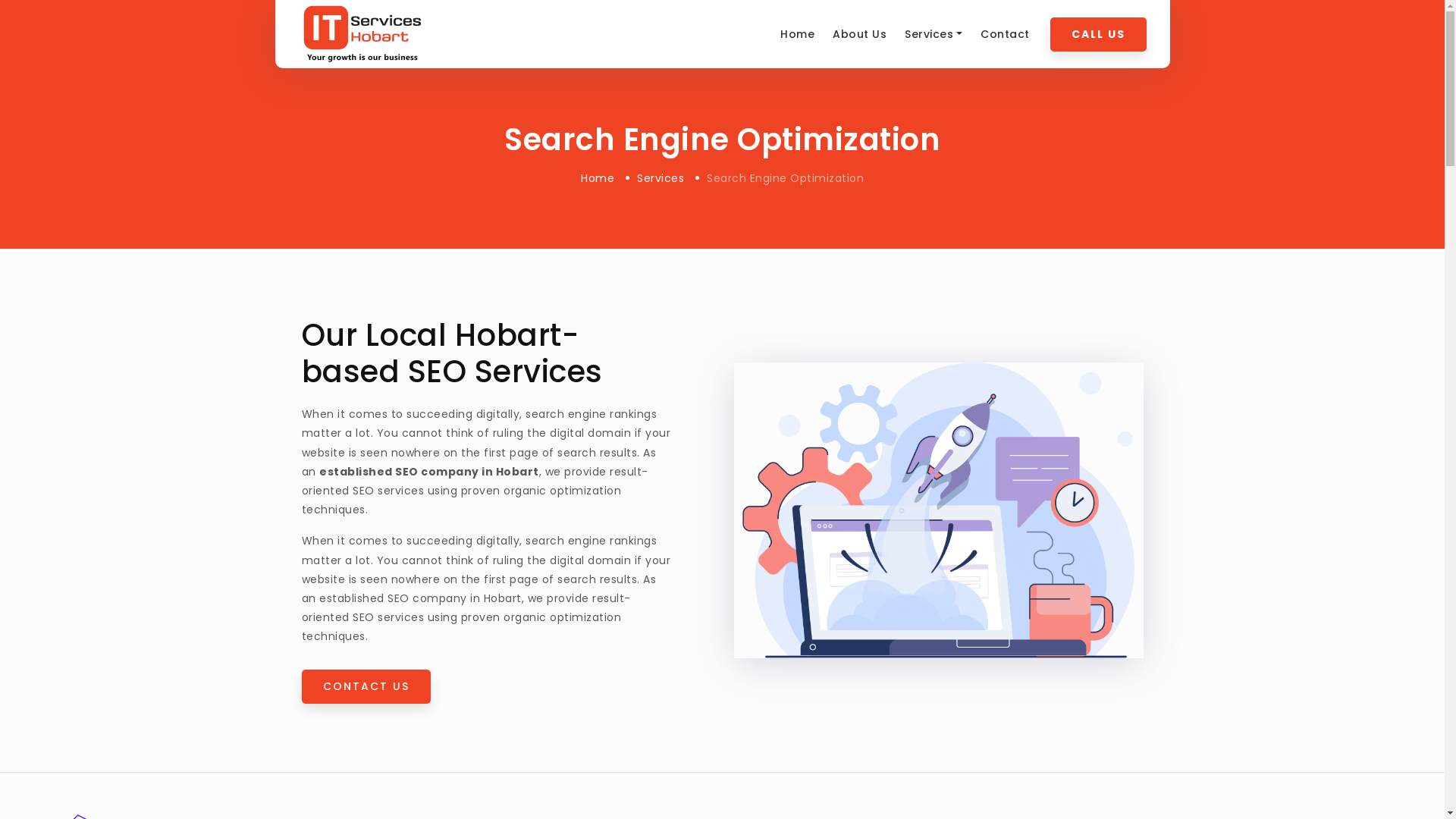 The image size is (1456, 819). Describe the element at coordinates (596, 177) in the screenshot. I see `'Home'` at that location.